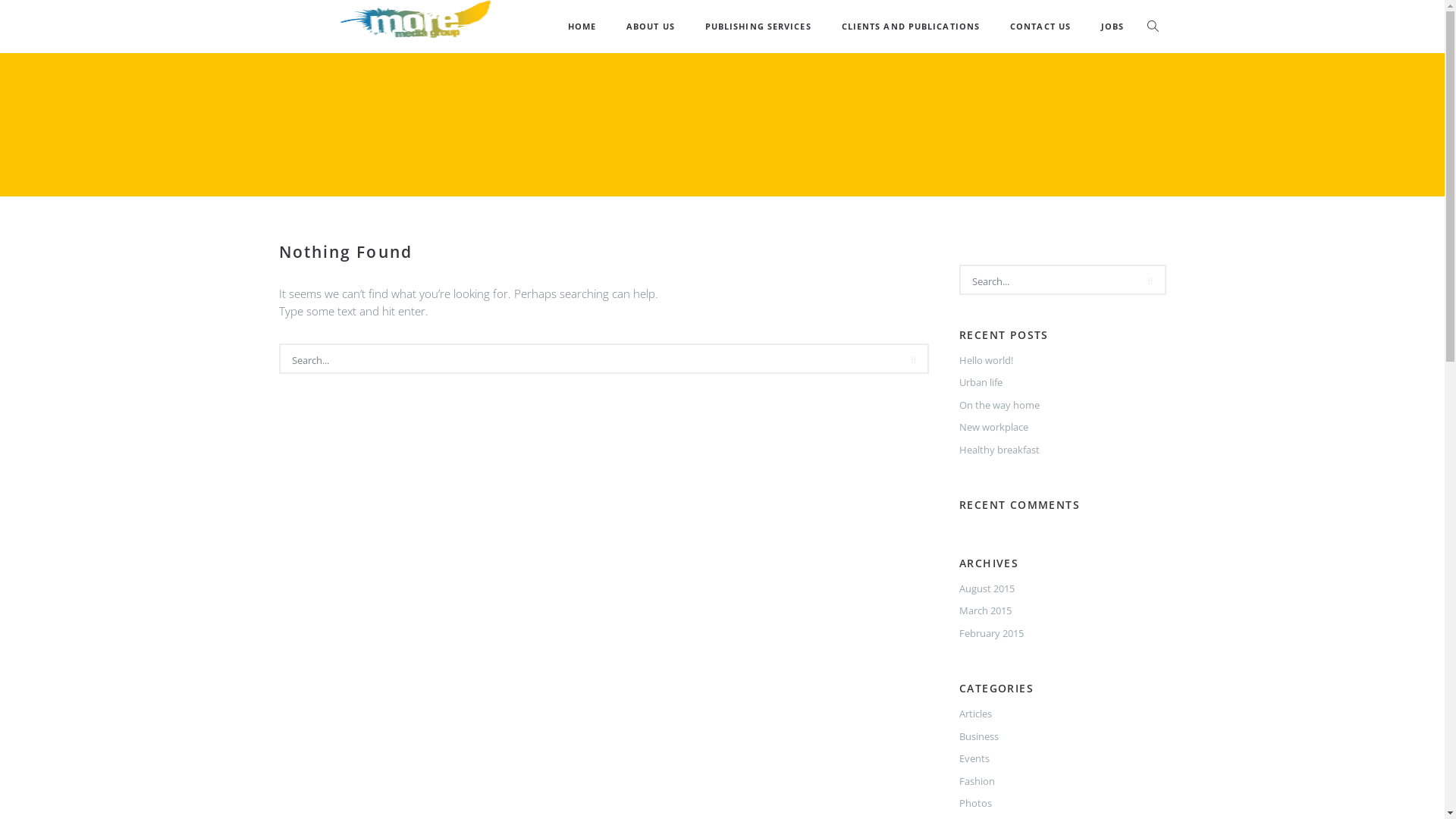 Image resolution: width=1456 pixels, height=819 pixels. Describe the element at coordinates (959, 587) in the screenshot. I see `'August 2015'` at that location.